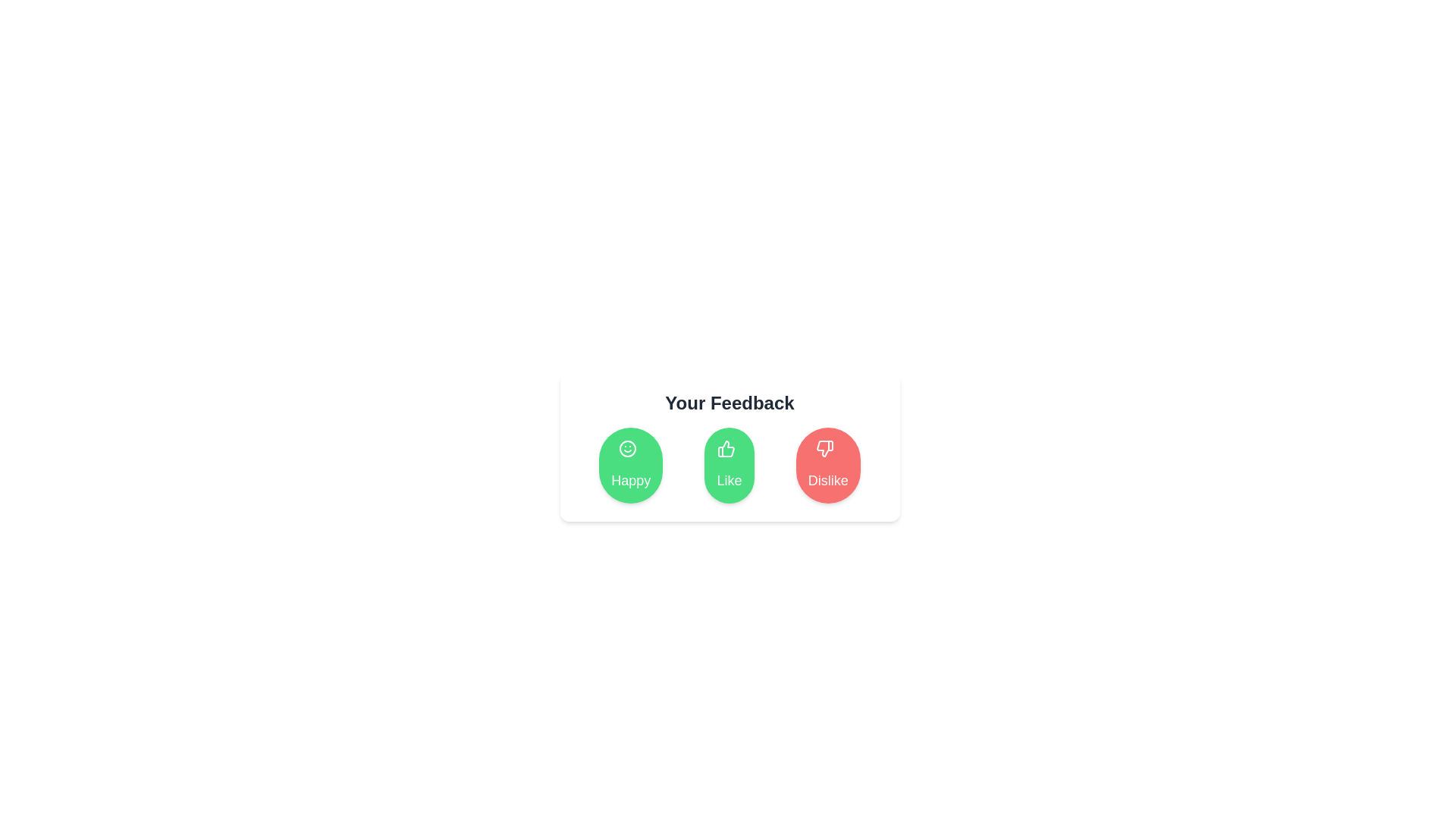 Image resolution: width=1456 pixels, height=819 pixels. Describe the element at coordinates (729, 464) in the screenshot. I see `the 'Like' button in the feedback component` at that location.